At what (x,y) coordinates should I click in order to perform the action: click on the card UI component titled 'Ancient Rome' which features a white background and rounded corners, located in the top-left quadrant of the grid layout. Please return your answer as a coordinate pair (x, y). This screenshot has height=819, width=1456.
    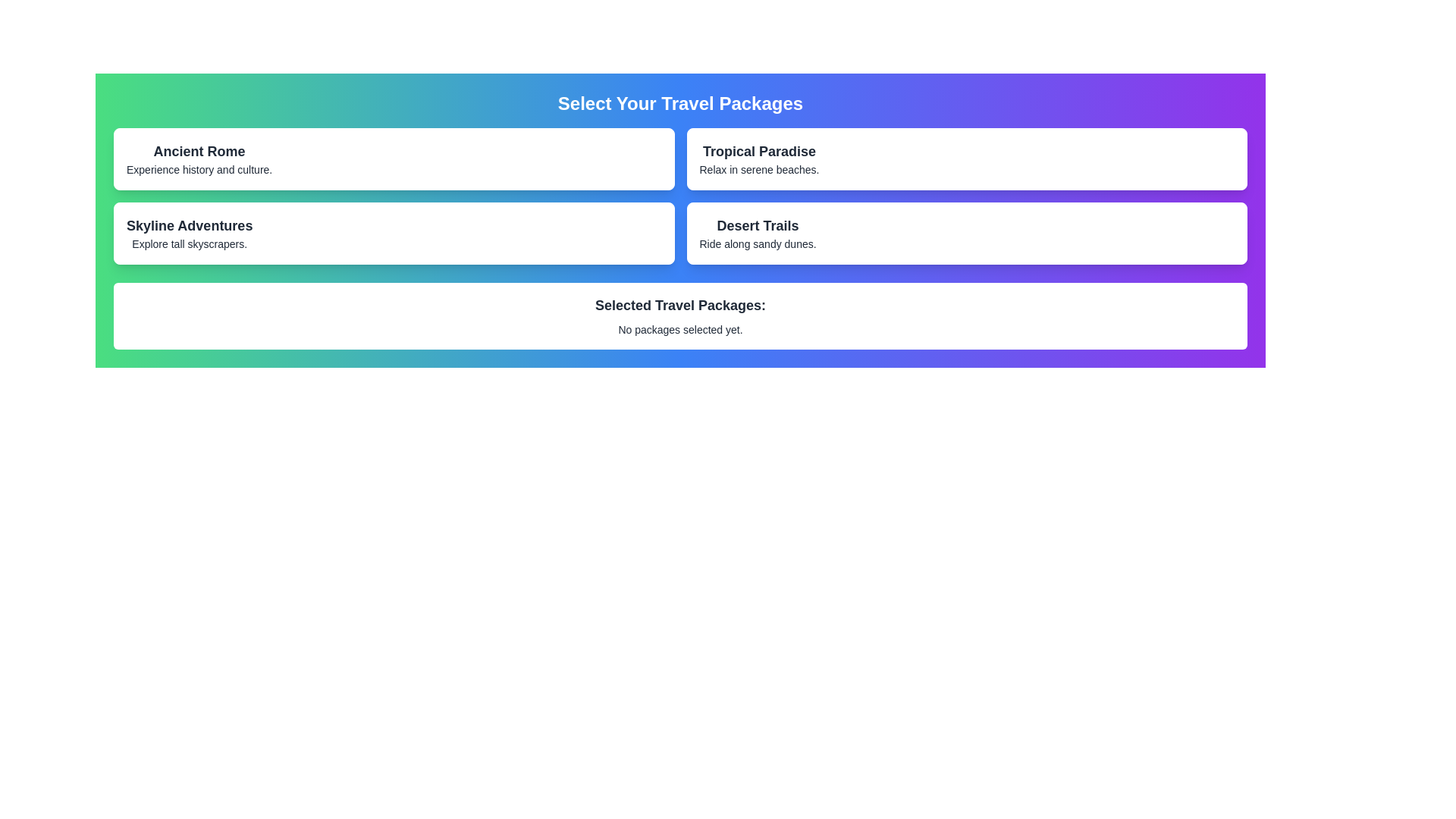
    Looking at the image, I should click on (394, 158).